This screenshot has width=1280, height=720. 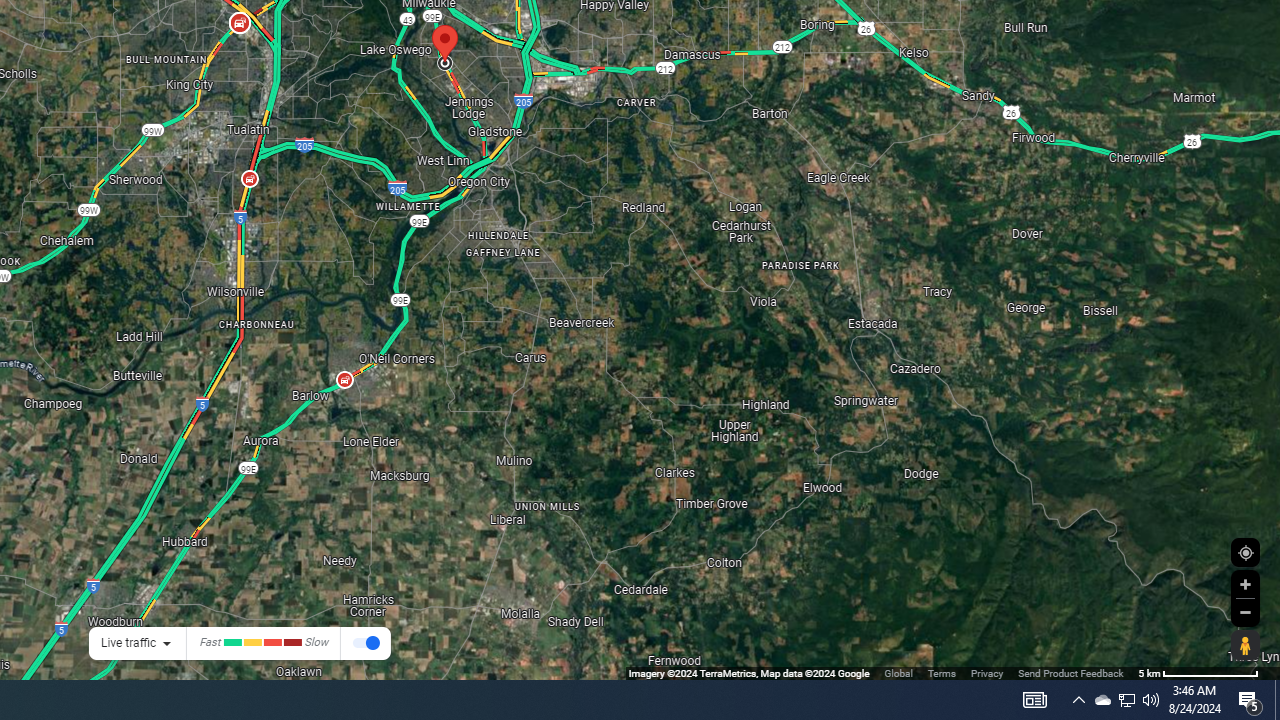 I want to click on 'Show Street View coverage', so click(x=1244, y=645).